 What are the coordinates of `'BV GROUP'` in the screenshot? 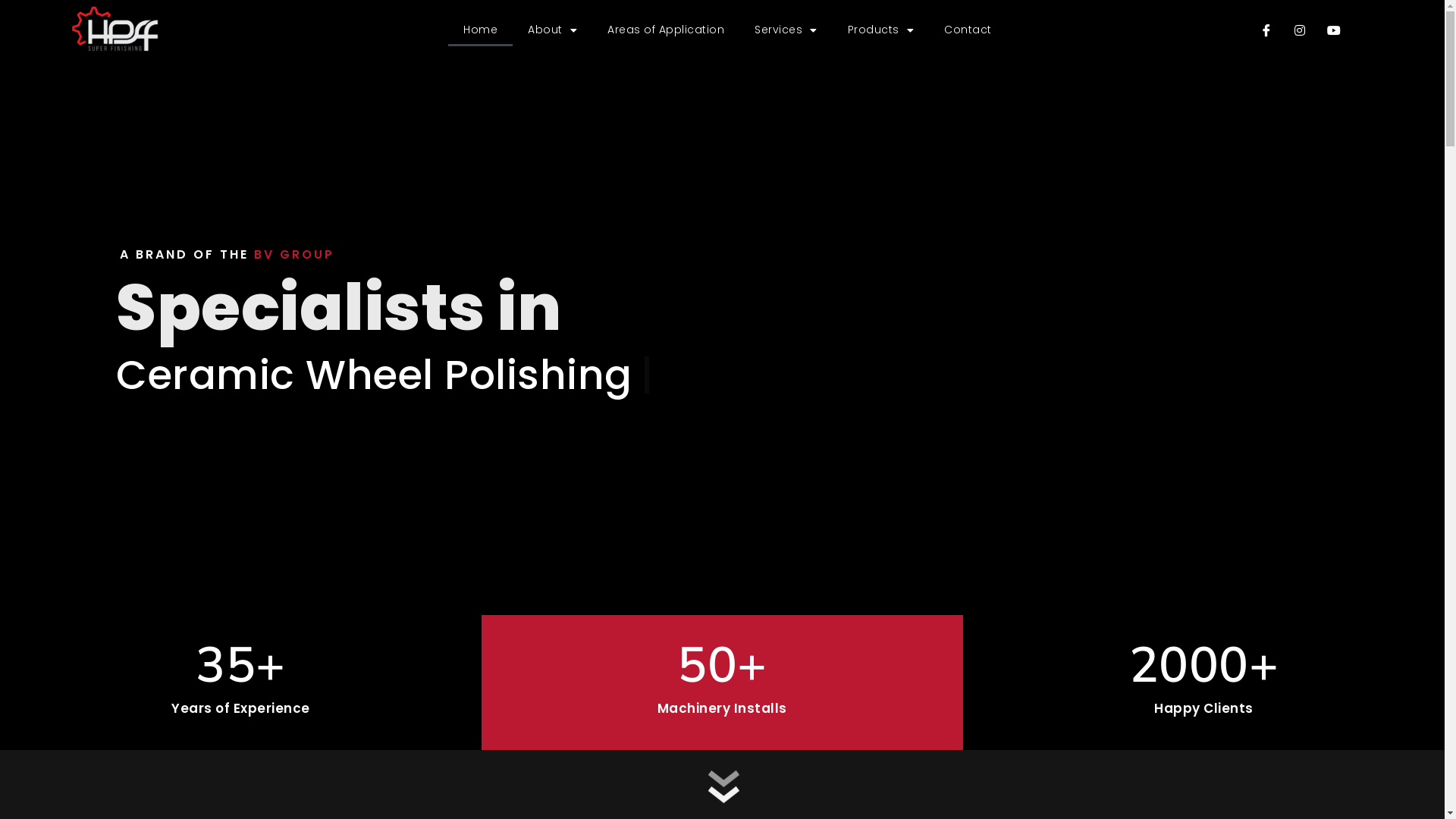 It's located at (294, 253).